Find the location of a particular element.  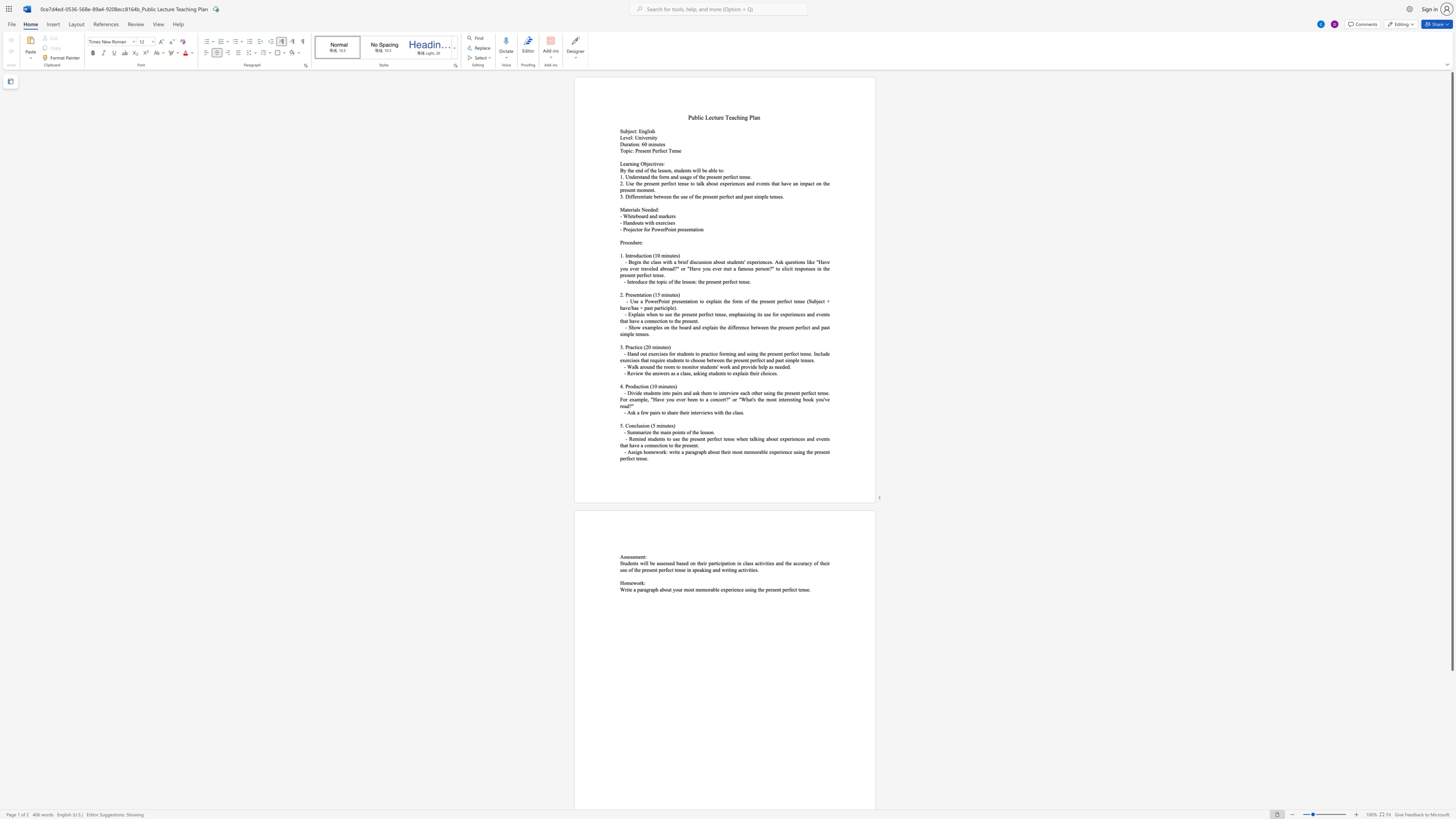

the scrollbar to scroll downward is located at coordinates (1451, 781).